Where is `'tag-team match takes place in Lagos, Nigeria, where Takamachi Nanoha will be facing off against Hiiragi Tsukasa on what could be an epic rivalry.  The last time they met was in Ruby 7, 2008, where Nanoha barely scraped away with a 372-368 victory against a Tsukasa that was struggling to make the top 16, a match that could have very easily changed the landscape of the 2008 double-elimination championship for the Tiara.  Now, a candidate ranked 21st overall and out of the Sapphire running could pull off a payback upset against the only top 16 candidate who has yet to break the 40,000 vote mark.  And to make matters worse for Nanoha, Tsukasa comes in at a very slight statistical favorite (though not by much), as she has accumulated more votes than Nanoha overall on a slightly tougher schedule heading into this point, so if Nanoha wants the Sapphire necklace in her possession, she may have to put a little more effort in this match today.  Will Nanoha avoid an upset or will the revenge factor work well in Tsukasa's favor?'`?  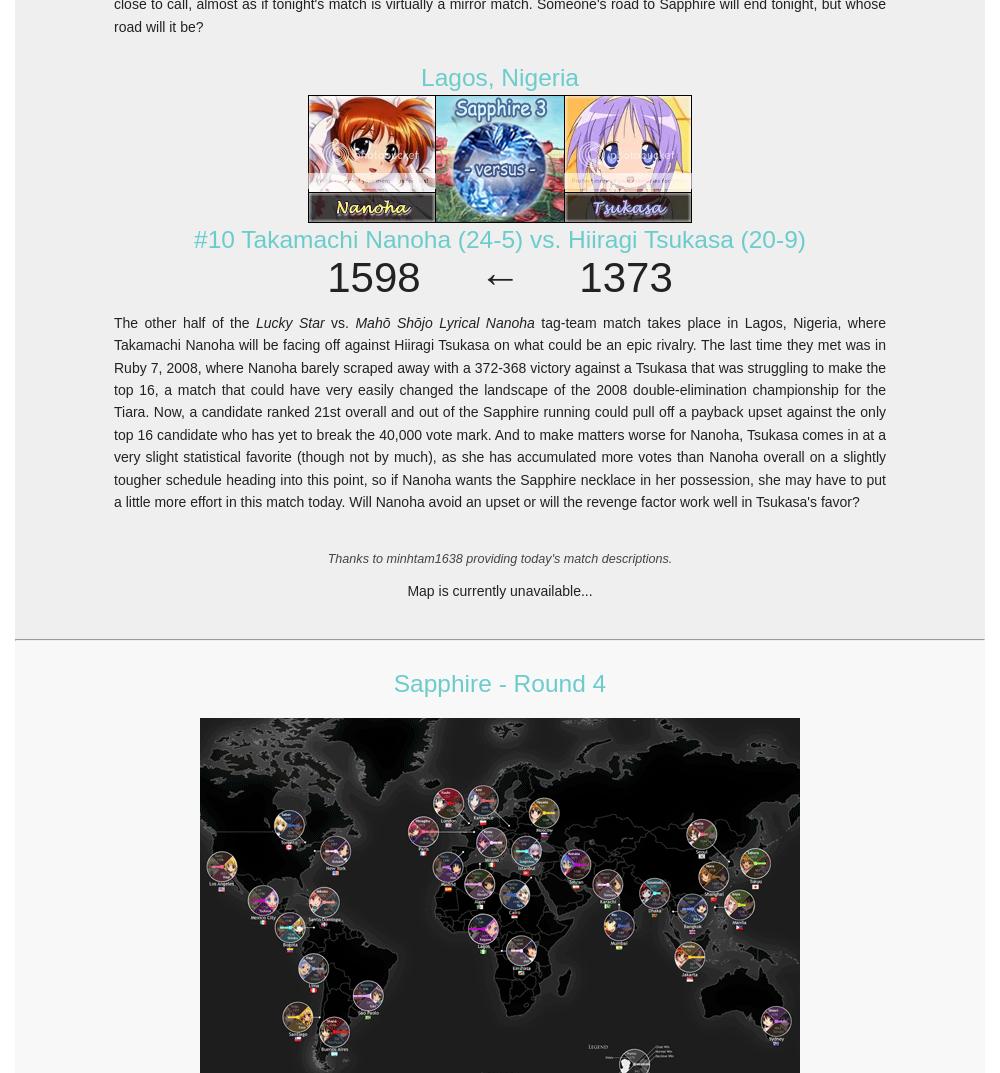 'tag-team match takes place in Lagos, Nigeria, where Takamachi Nanoha will be facing off against Hiiragi Tsukasa on what could be an epic rivalry.  The last time they met was in Ruby 7, 2008, where Nanoha barely scraped away with a 372-368 victory against a Tsukasa that was struggling to make the top 16, a match that could have very easily changed the landscape of the 2008 double-elimination championship for the Tiara.  Now, a candidate ranked 21st overall and out of the Sapphire running could pull off a payback upset against the only top 16 candidate who has yet to break the 40,000 vote mark.  And to make matters worse for Nanoha, Tsukasa comes in at a very slight statistical favorite (though not by much), as she has accumulated more votes than Nanoha overall on a slightly tougher schedule heading into this point, so if Nanoha wants the Sapphire necklace in her possession, she may have to put a little more effort in this match today.  Will Nanoha avoid an upset or will the revenge factor work well in Tsukasa's favor?' is located at coordinates (500, 411).